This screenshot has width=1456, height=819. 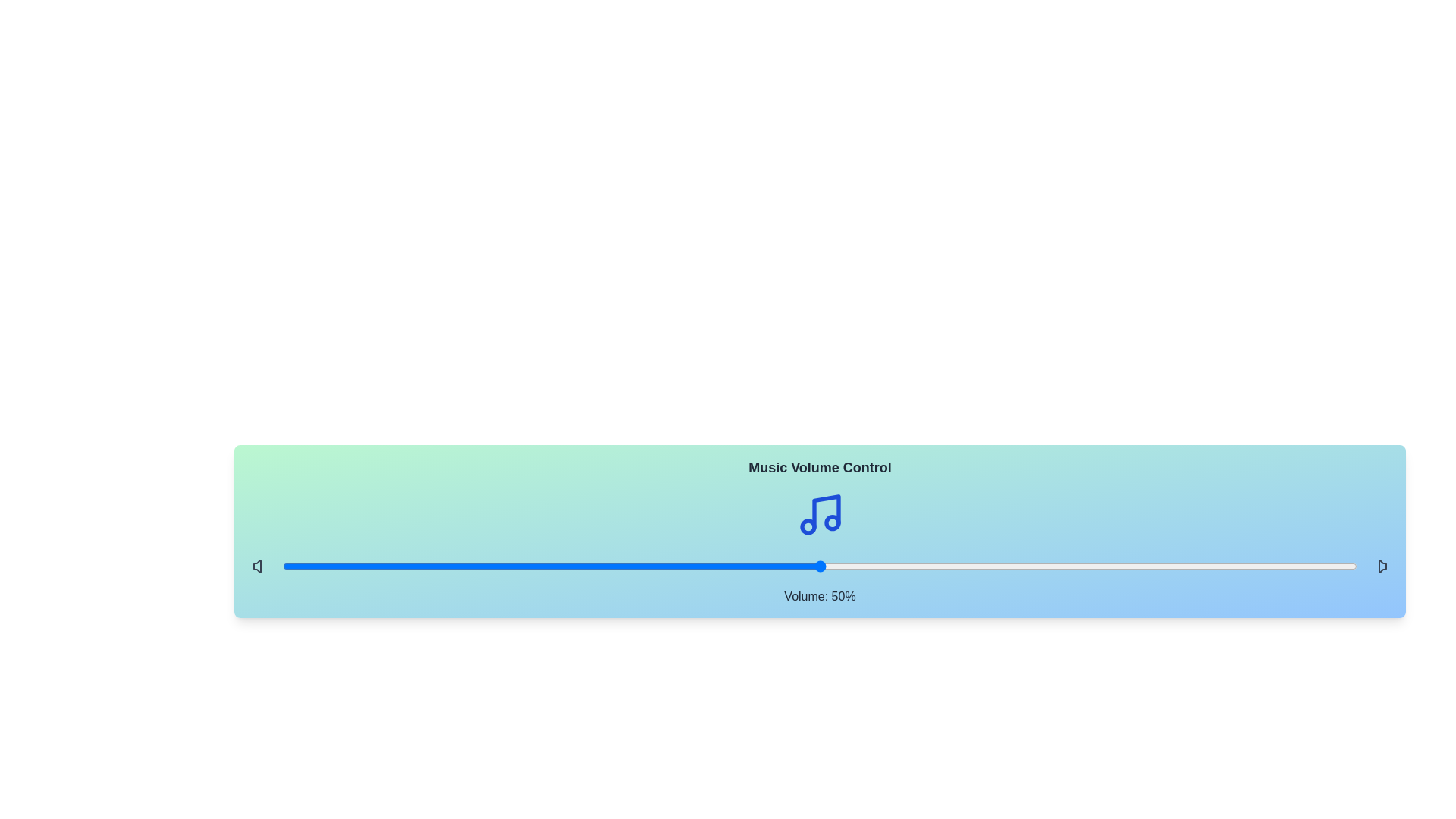 What do you see at coordinates (1250, 566) in the screenshot?
I see `the volume slider to 90%` at bounding box center [1250, 566].